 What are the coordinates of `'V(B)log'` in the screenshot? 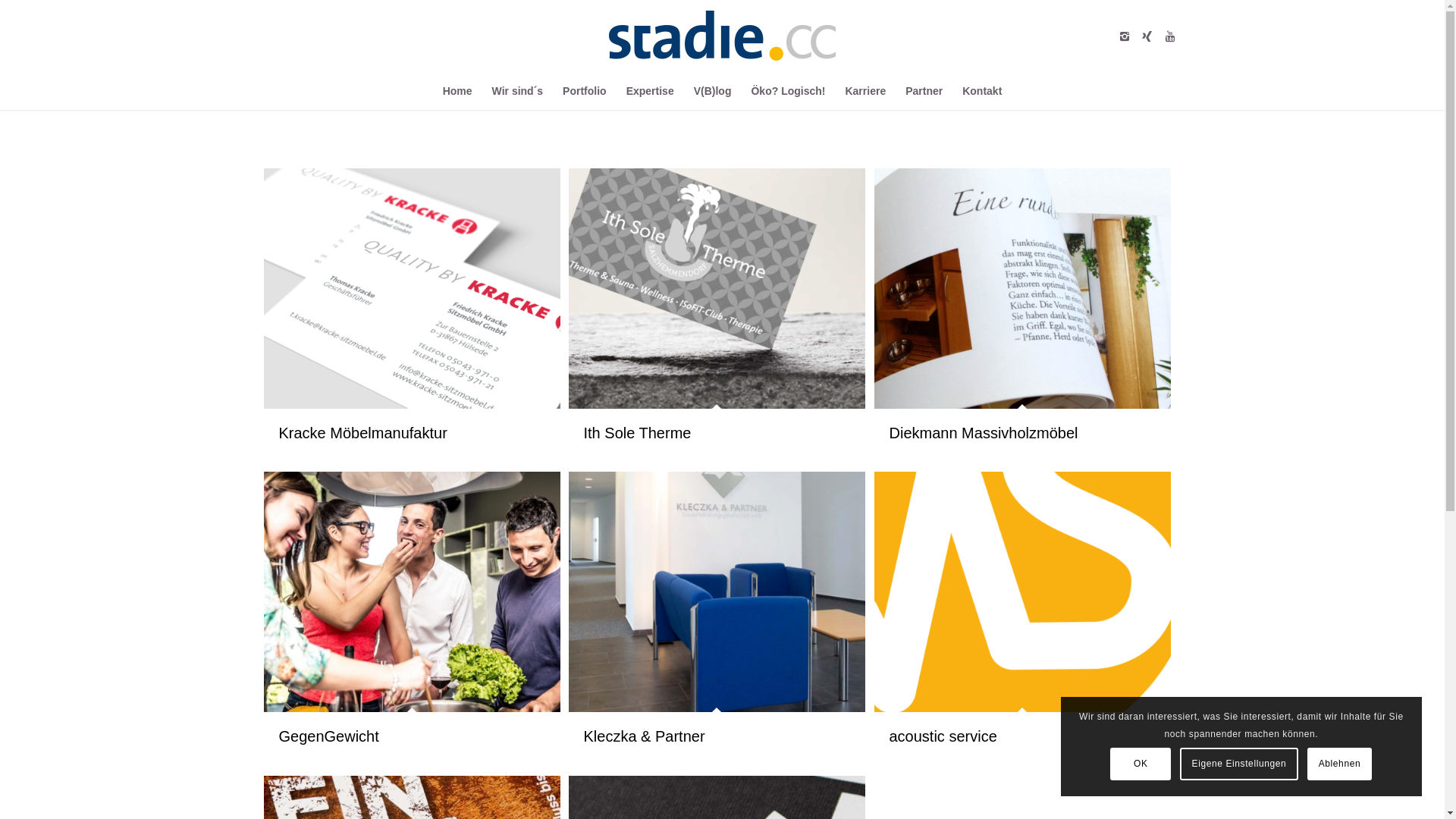 It's located at (683, 90).